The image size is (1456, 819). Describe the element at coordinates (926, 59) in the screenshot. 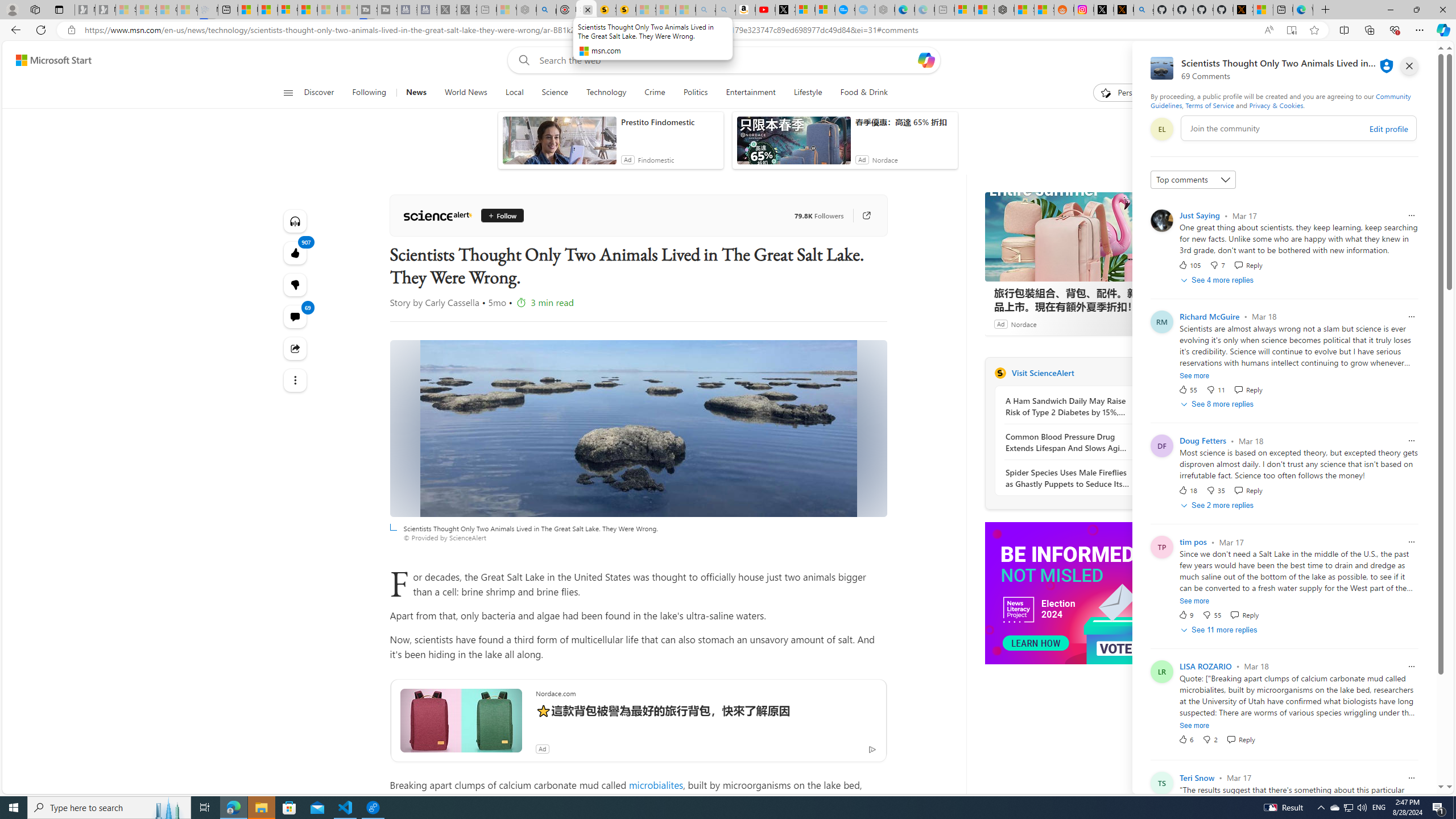

I see `'Open Copilot'` at that location.